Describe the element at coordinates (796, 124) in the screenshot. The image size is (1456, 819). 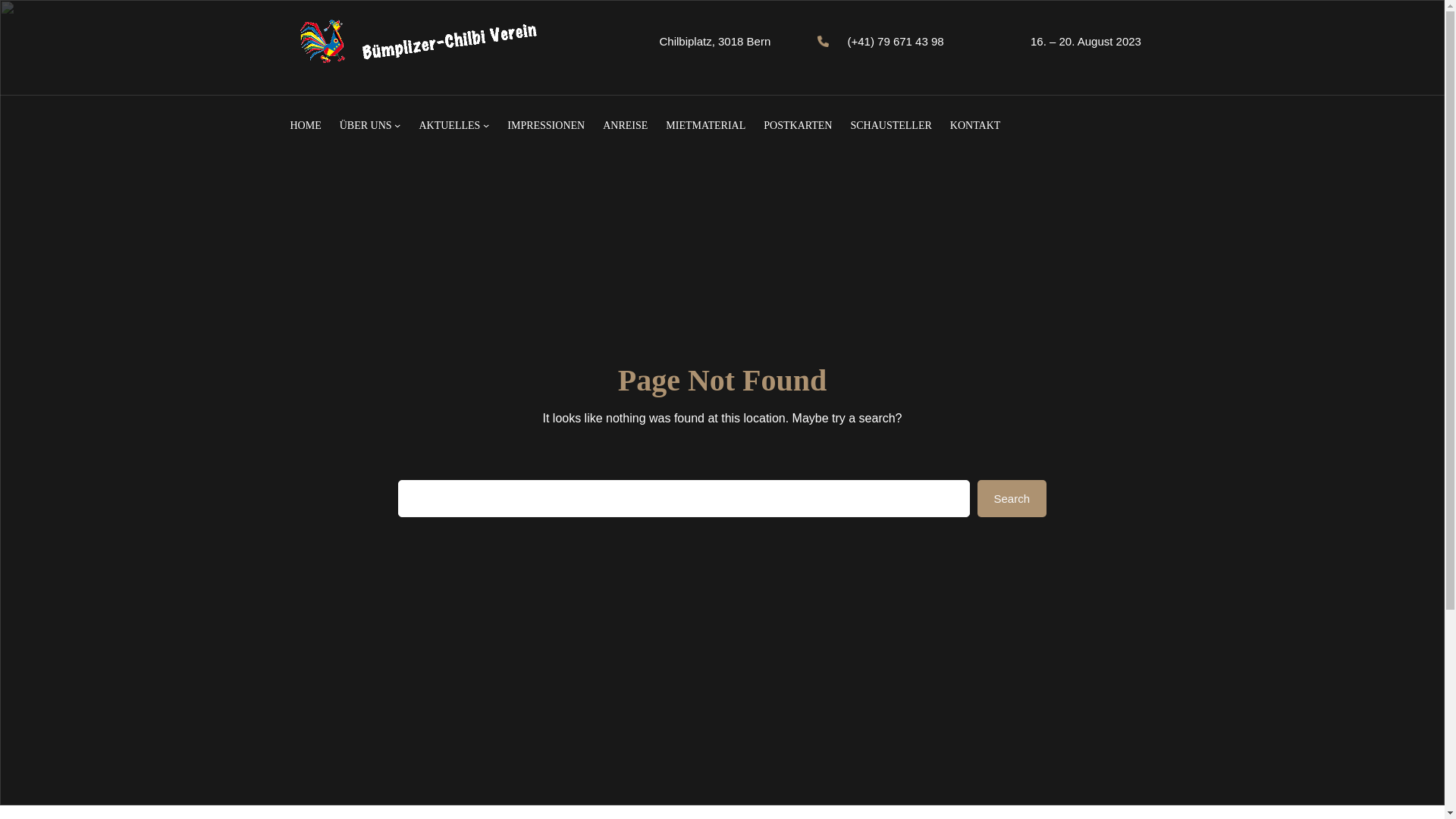
I see `'POSTKARTEN'` at that location.